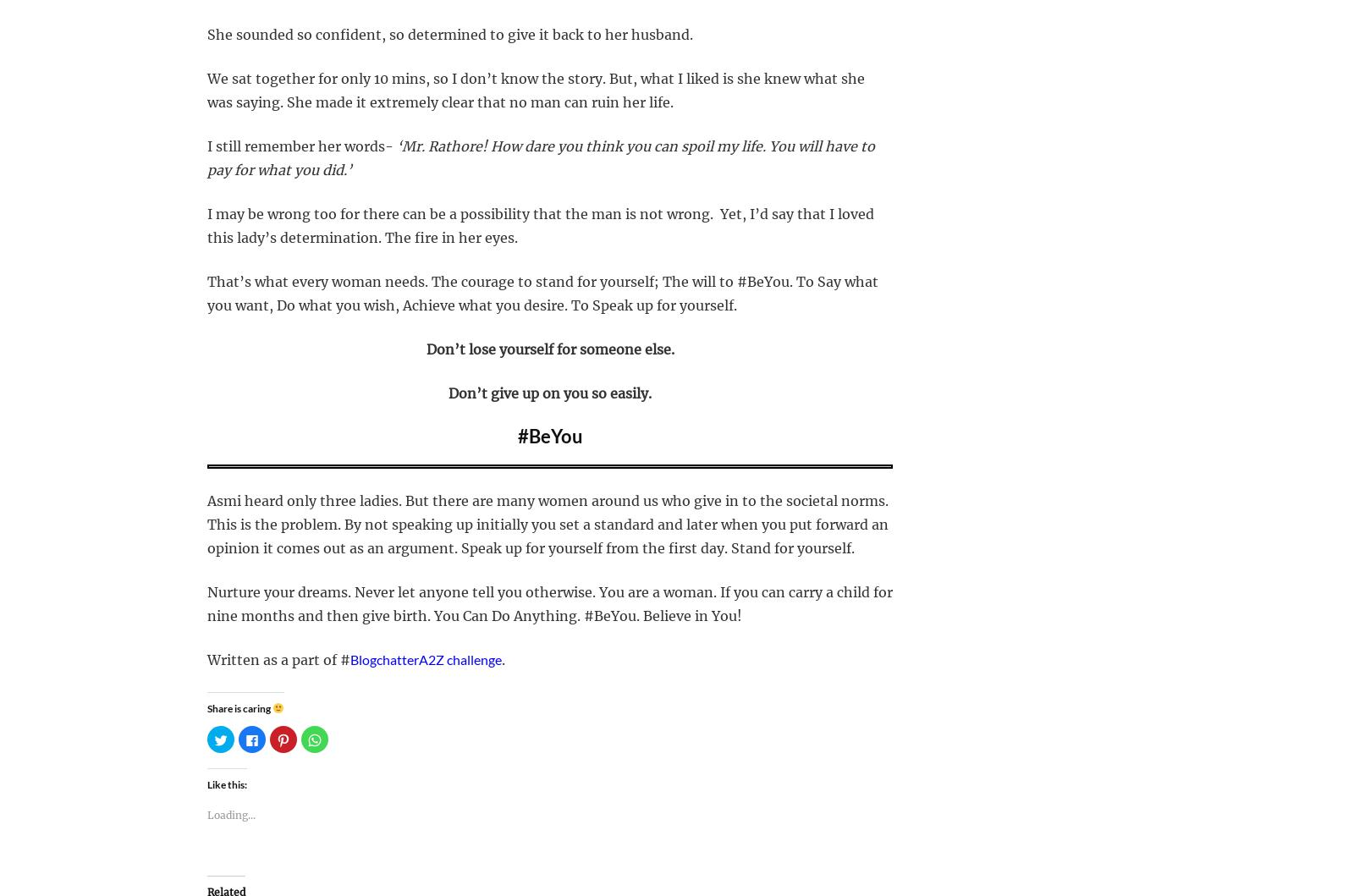  I want to click on 'She sounded so confident, so determined to give it back to her husband.', so click(449, 34).